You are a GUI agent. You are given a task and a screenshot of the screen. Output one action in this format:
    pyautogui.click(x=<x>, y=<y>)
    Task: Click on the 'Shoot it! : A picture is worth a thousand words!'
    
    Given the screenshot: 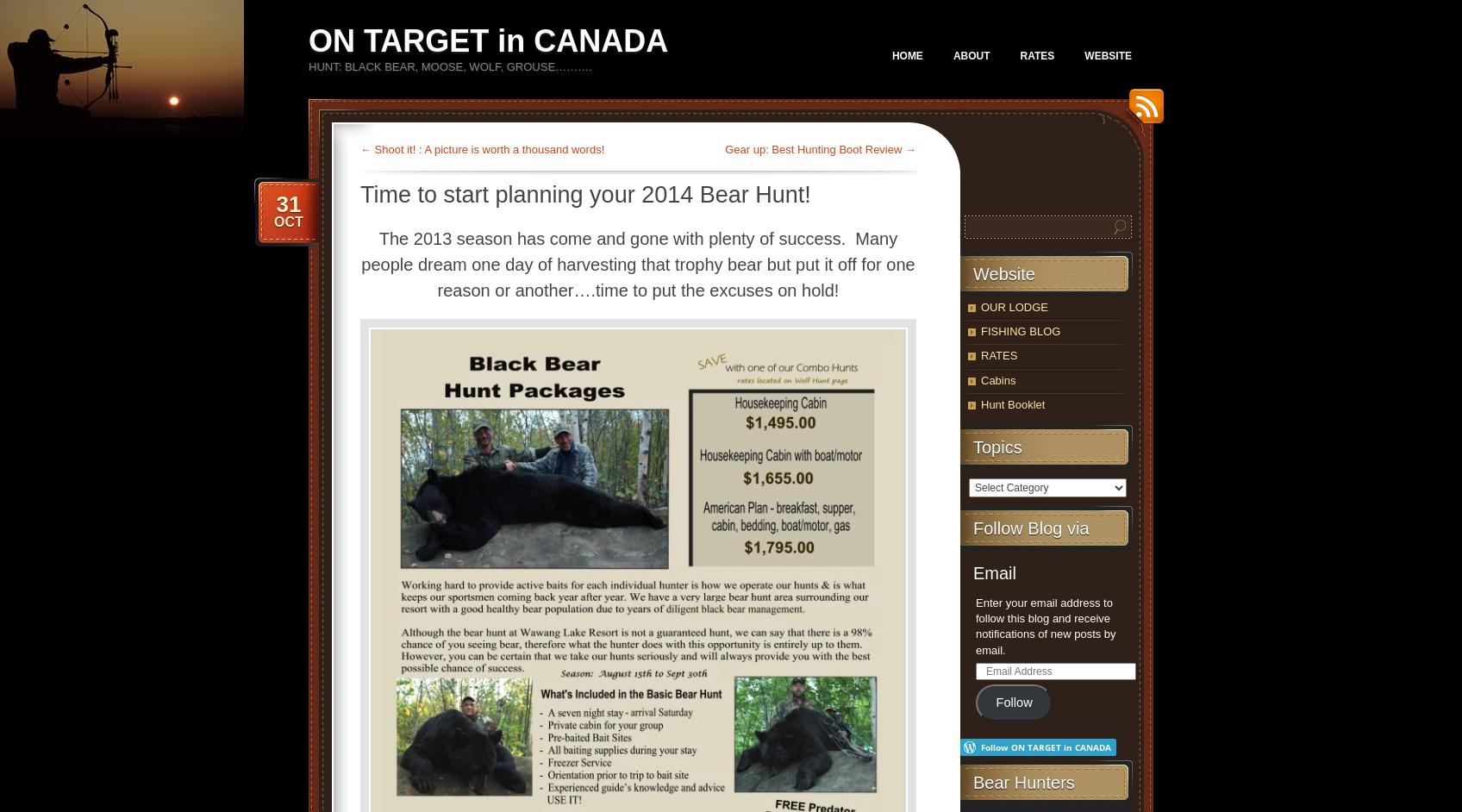 What is the action you would take?
    pyautogui.click(x=486, y=148)
    